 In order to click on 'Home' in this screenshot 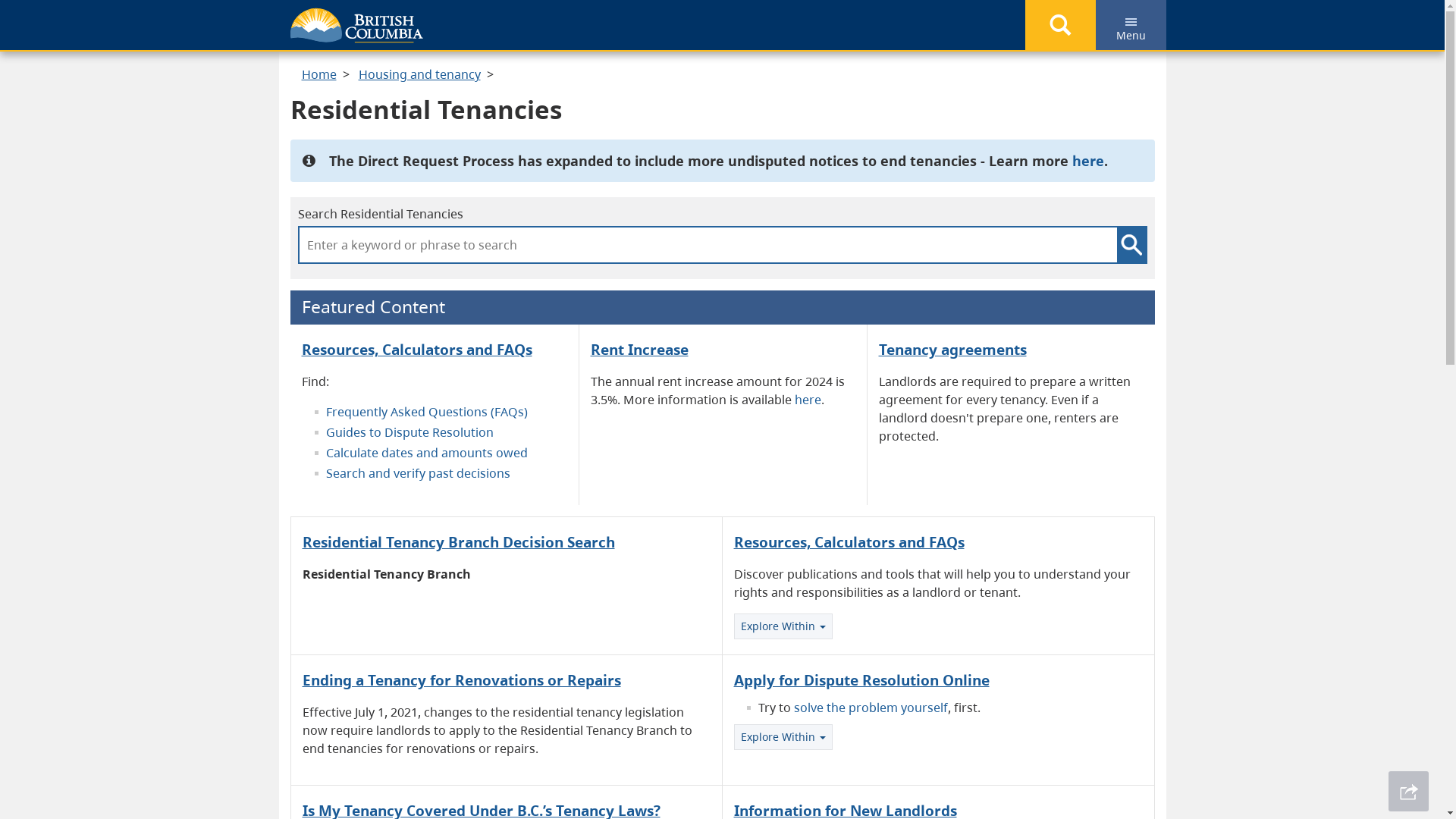, I will do `click(318, 74)`.